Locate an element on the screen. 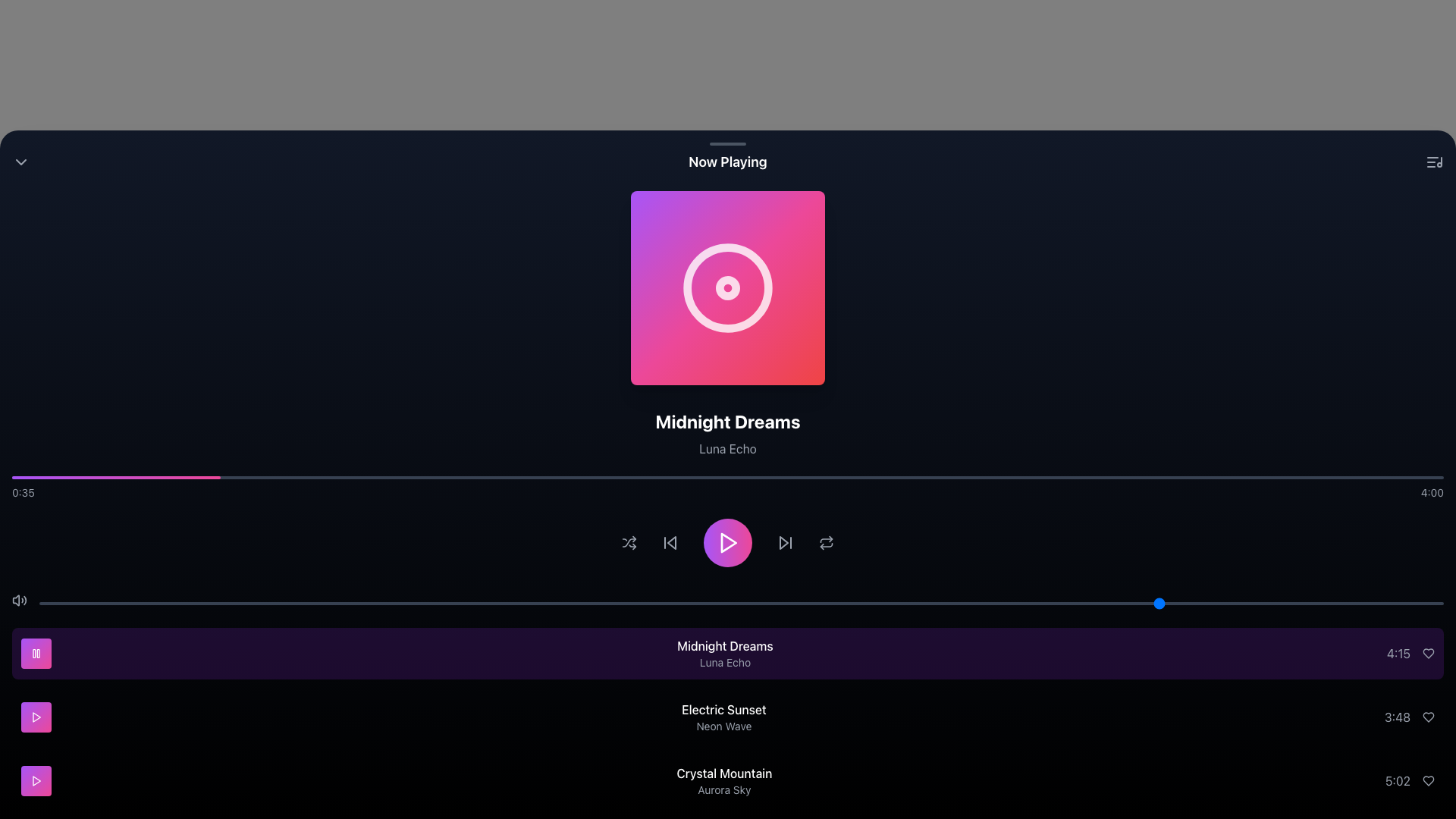 This screenshot has height=819, width=1456. the text element displaying '5:02', which is styled in gray color and aligned to the rightmost end of its row, adjacent to 'Crystal Mountain Aurora Sky' and icons is located at coordinates (1397, 780).